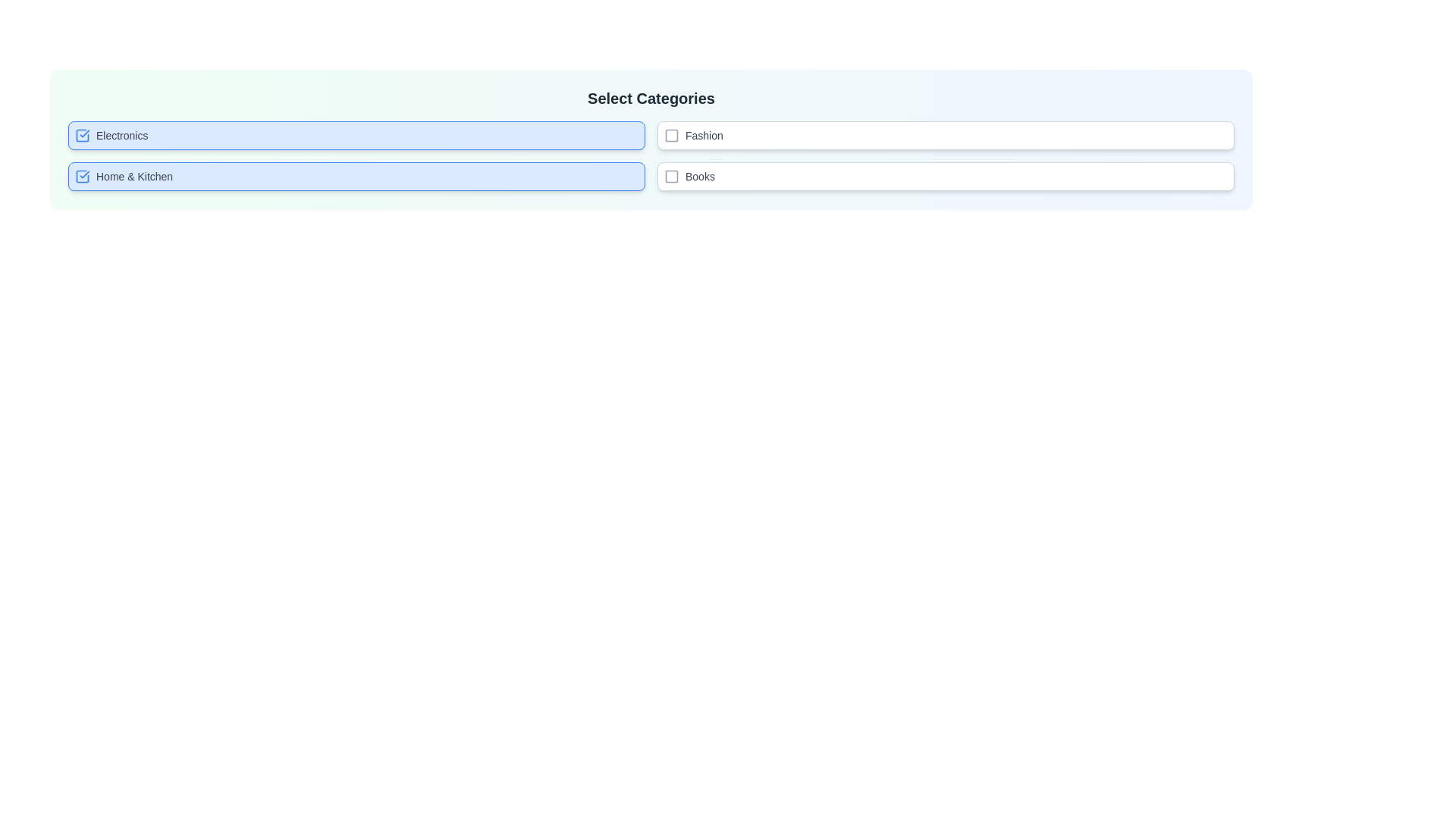 The width and height of the screenshot is (1456, 819). I want to click on keyboard navigation, so click(82, 175).